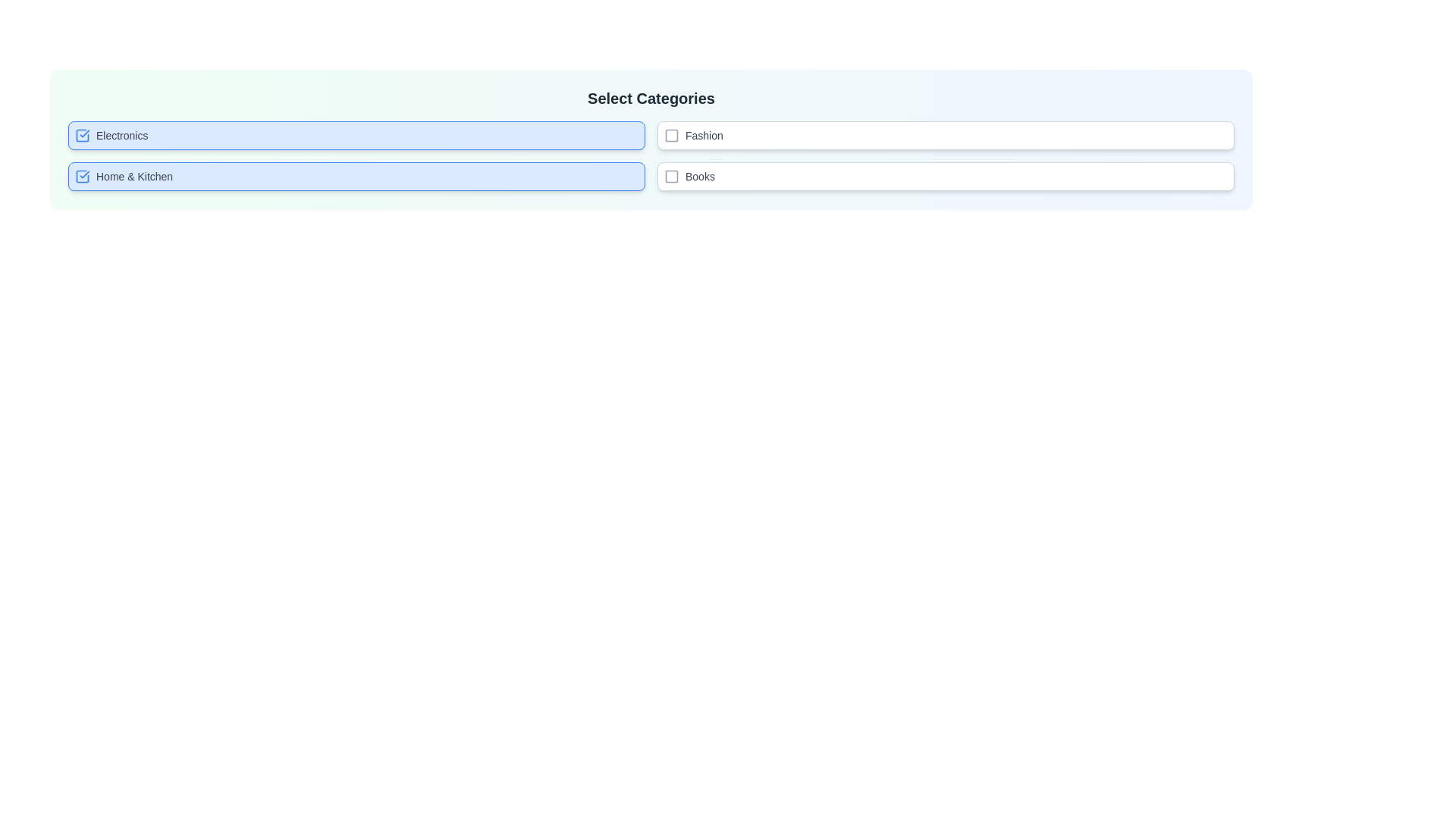 The width and height of the screenshot is (1456, 819). I want to click on keyboard navigation, so click(82, 175).